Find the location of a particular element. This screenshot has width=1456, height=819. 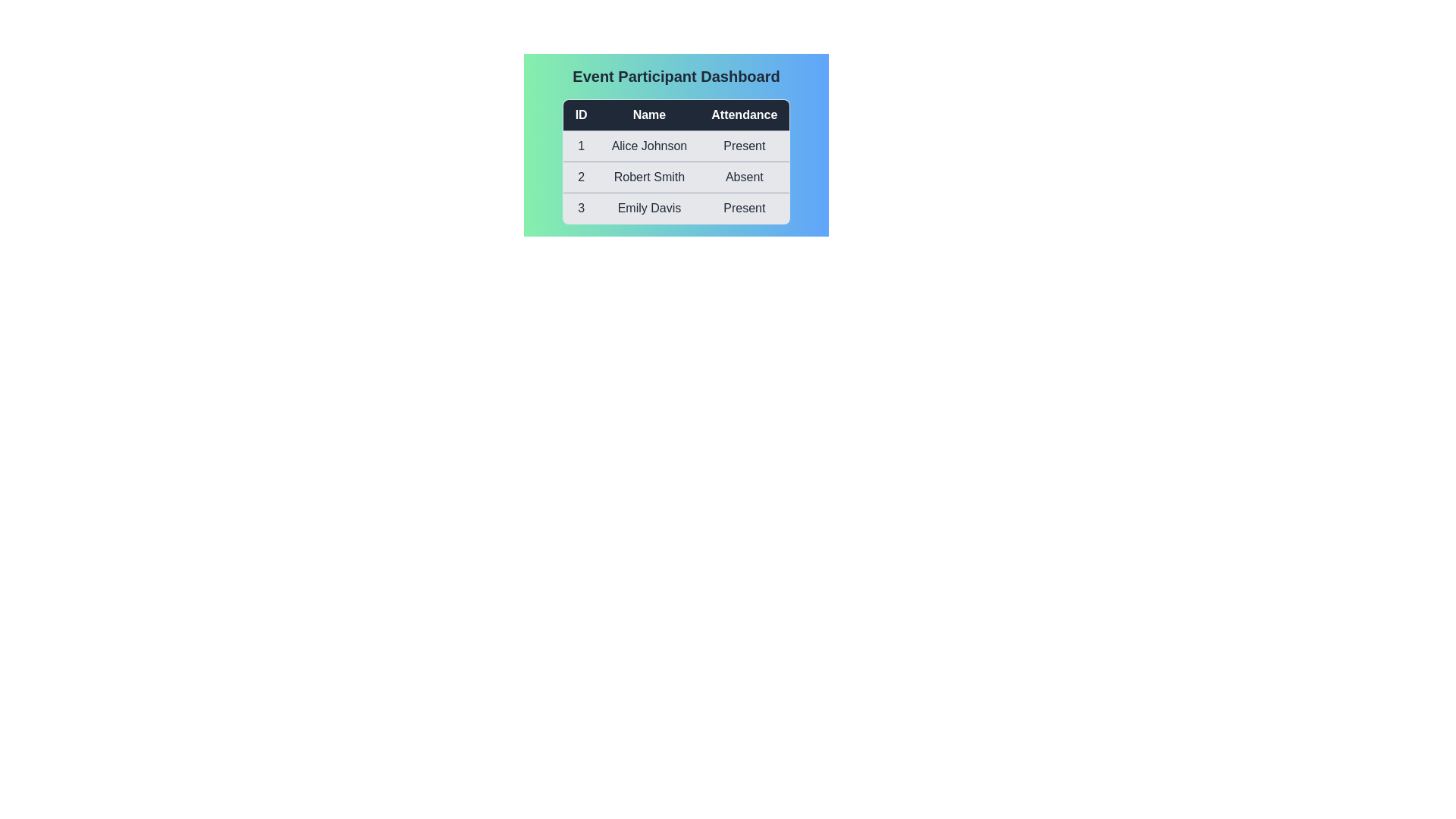

the text label displaying 'Present' in the Attendance column of the table is located at coordinates (745, 146).